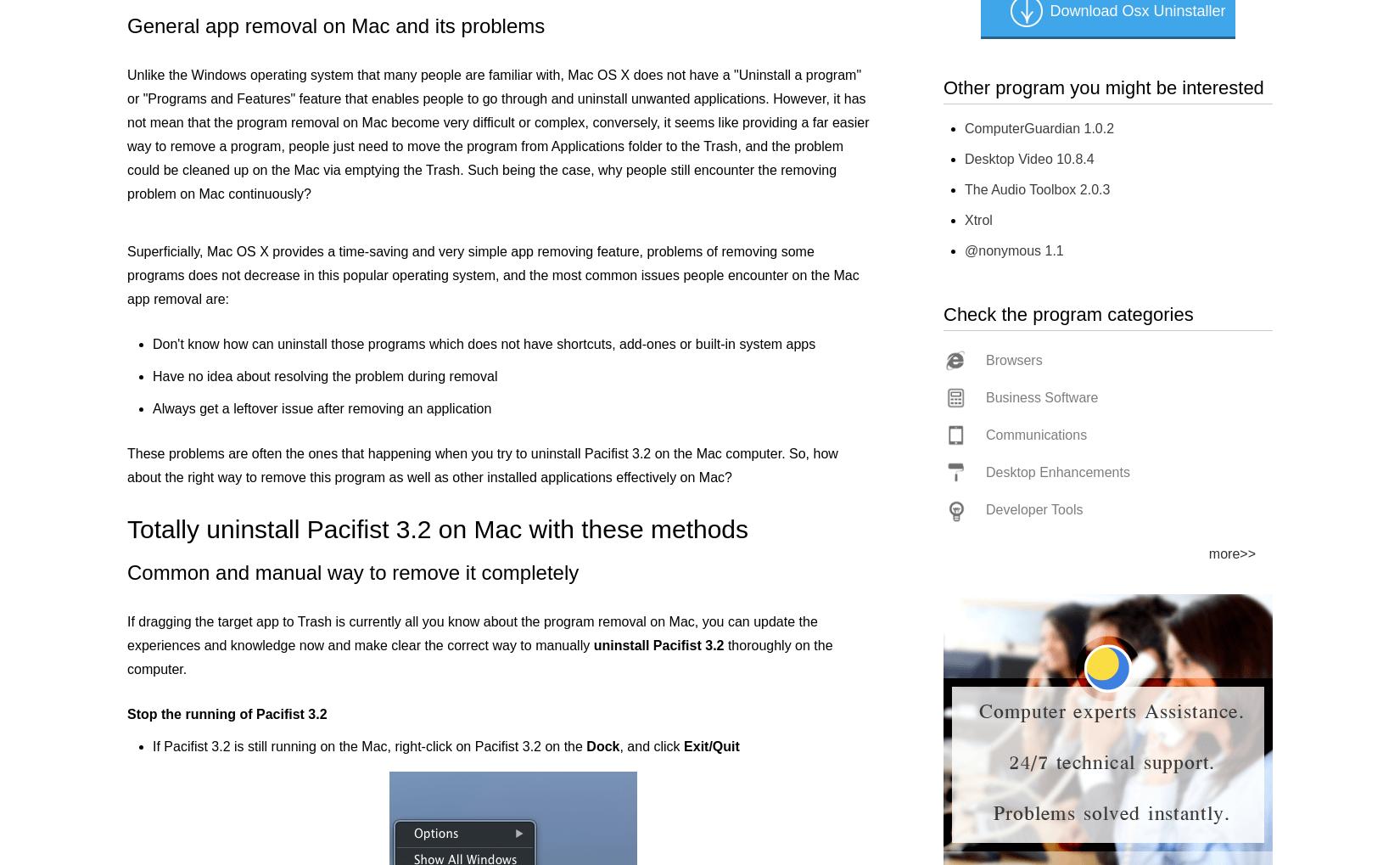 The height and width of the screenshot is (865, 1400). I want to click on 'more>>', so click(1231, 553).